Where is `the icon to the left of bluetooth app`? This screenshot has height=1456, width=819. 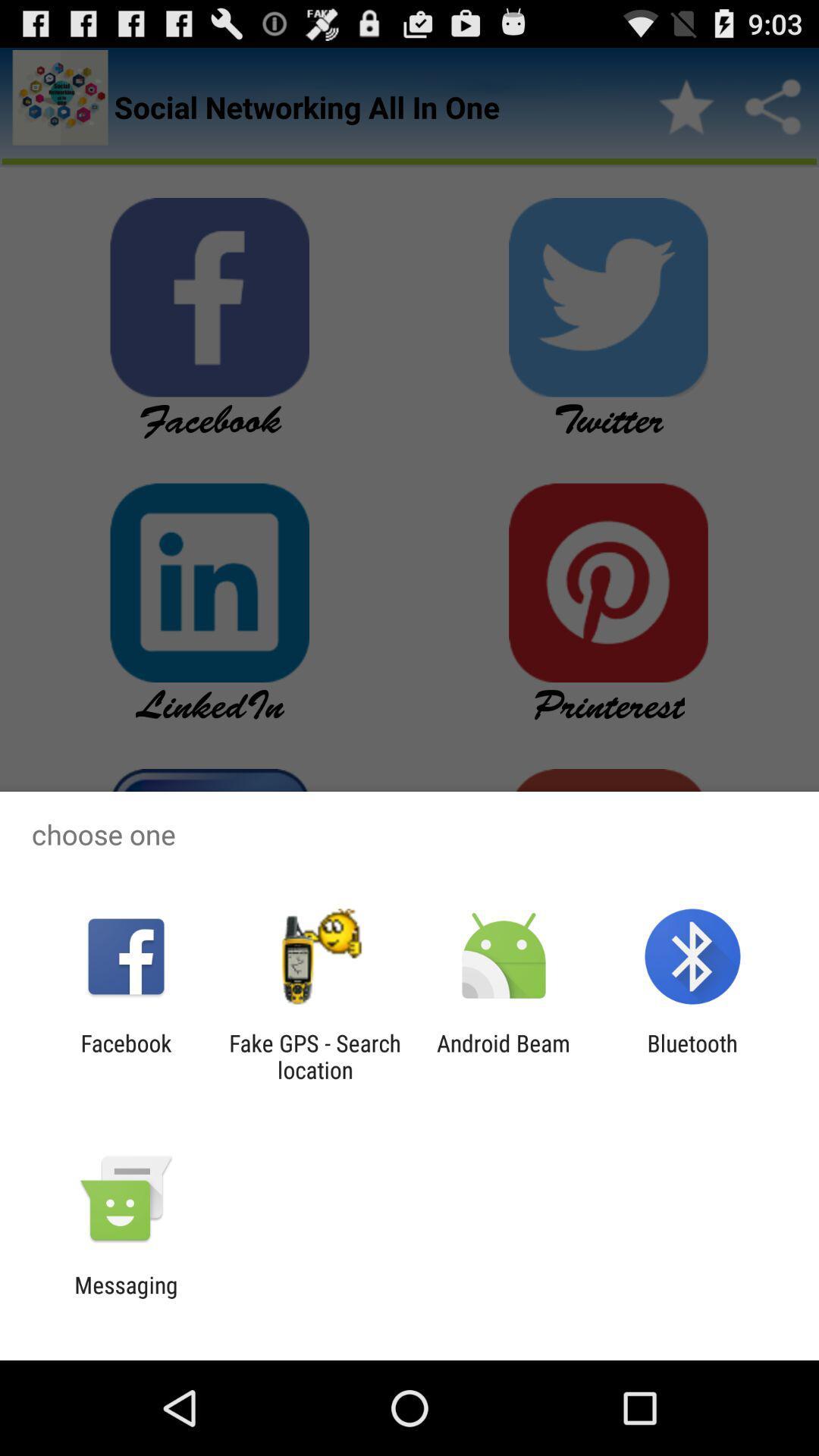
the icon to the left of bluetooth app is located at coordinates (504, 1056).